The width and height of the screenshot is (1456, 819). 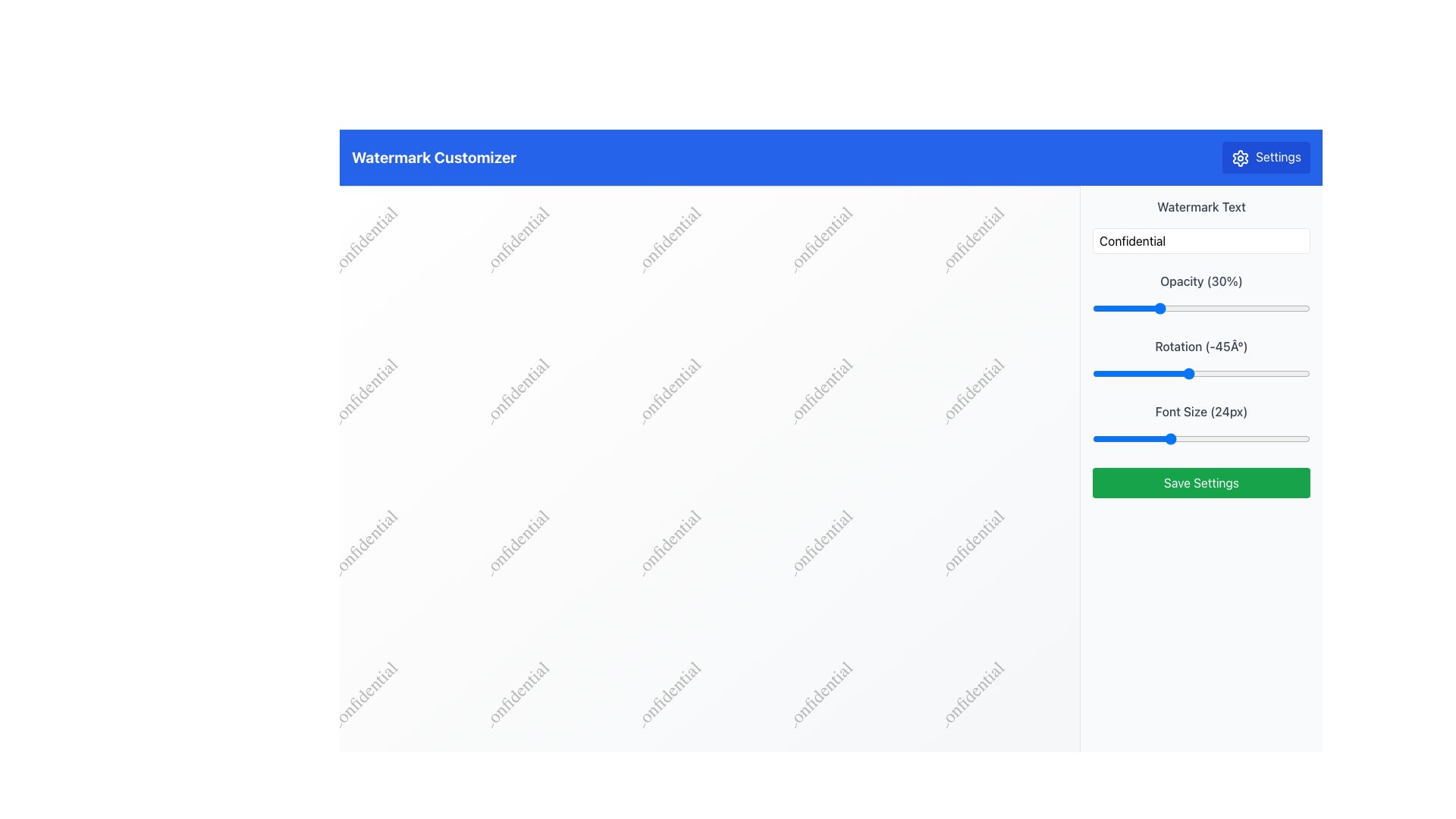 I want to click on rotation, so click(x=1132, y=373).